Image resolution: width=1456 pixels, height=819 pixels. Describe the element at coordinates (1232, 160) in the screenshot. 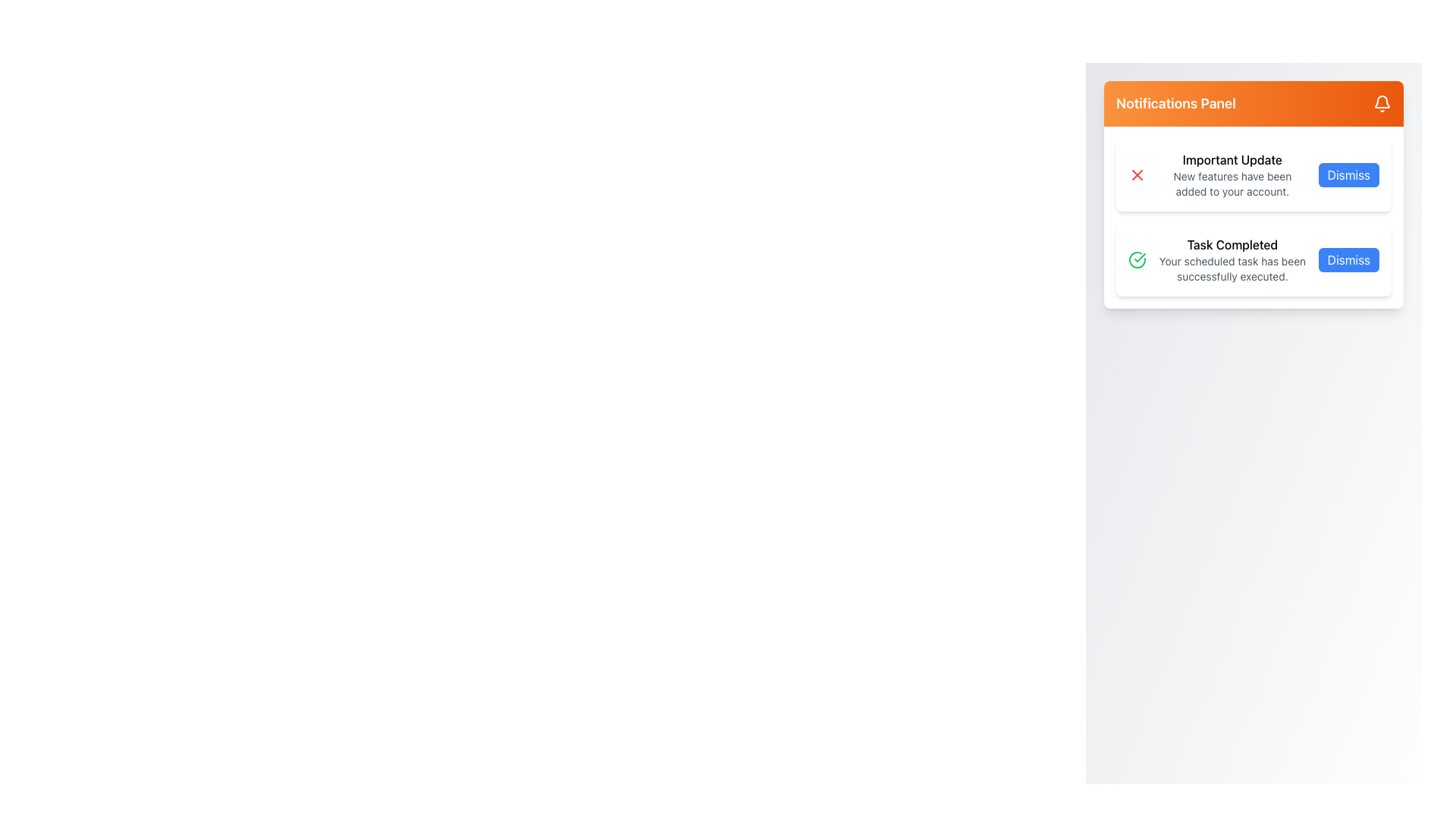

I see `text label displaying 'Important Update' which is bold and larger than standard text, located in the notifications panel at the top of the first notification group` at that location.